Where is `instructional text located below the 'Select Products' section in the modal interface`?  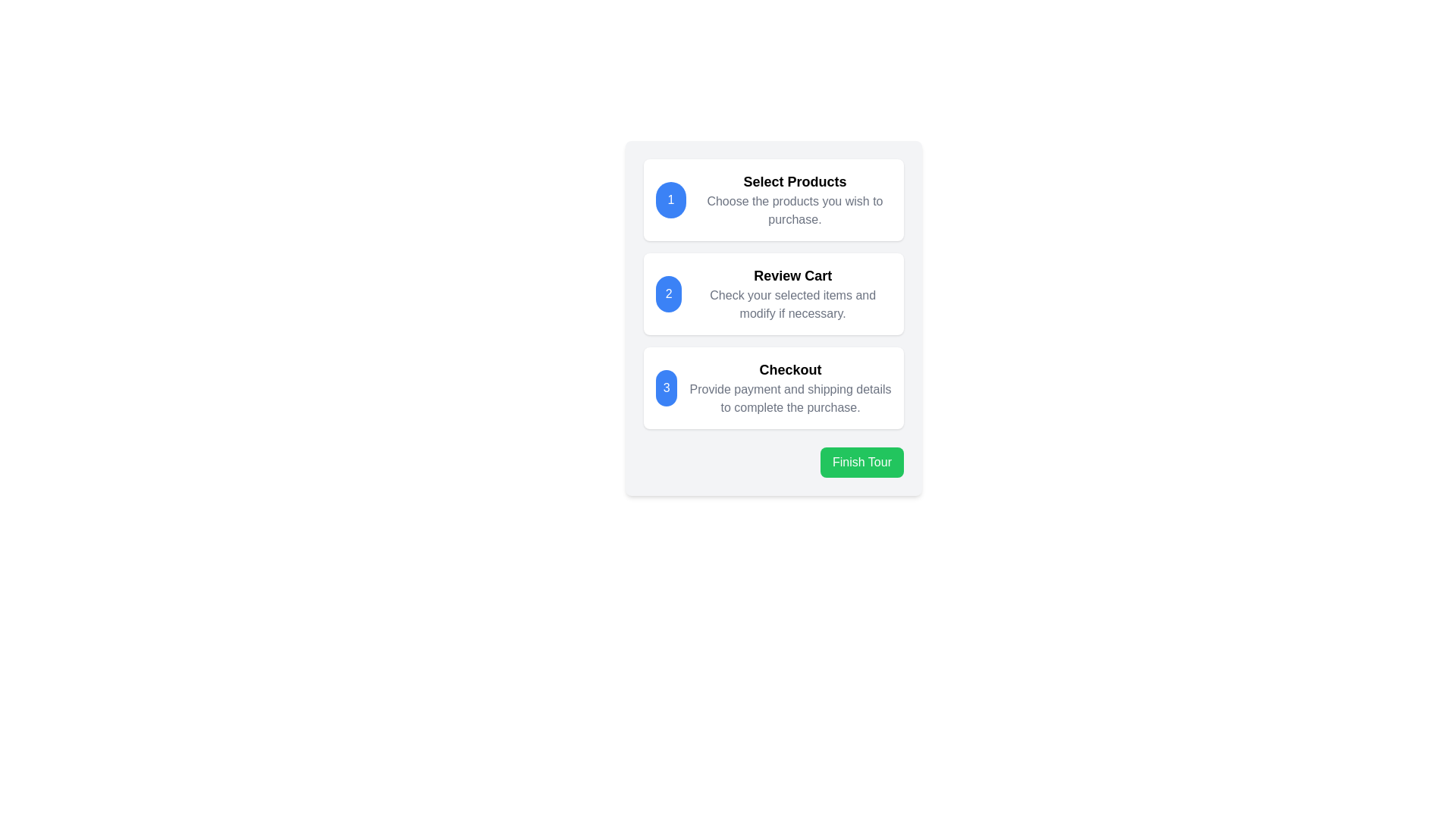
instructional text located below the 'Select Products' section in the modal interface is located at coordinates (794, 210).